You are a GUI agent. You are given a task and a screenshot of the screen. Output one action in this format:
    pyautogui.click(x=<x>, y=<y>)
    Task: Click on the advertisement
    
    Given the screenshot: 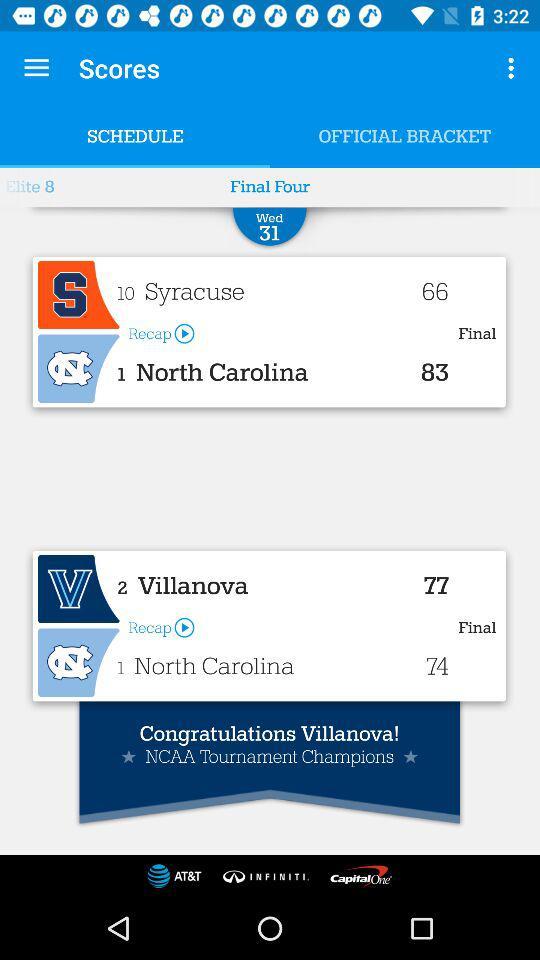 What is the action you would take?
    pyautogui.click(x=77, y=294)
    